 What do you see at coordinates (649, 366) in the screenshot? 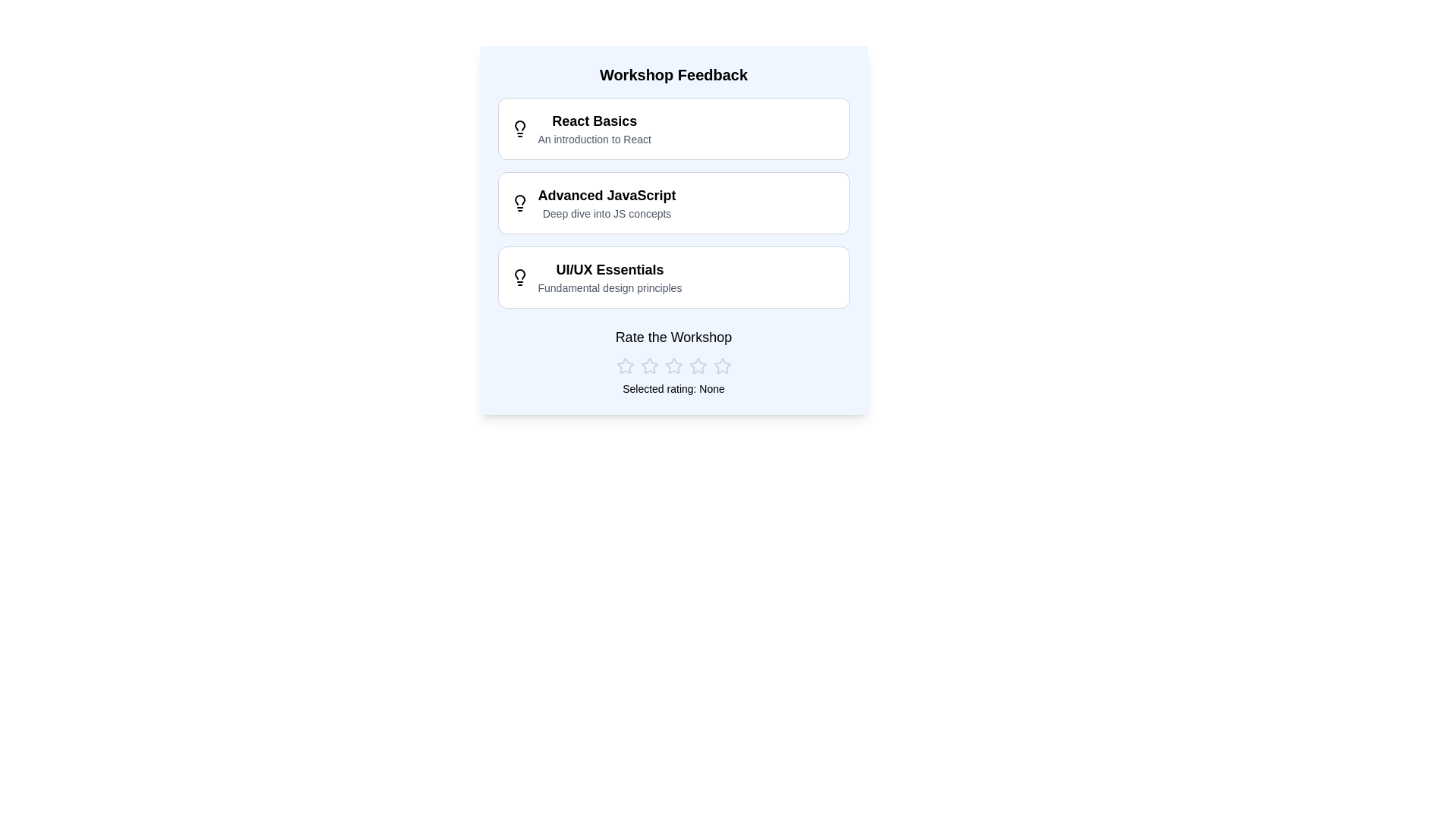
I see `the second star icon in the rating system` at bounding box center [649, 366].